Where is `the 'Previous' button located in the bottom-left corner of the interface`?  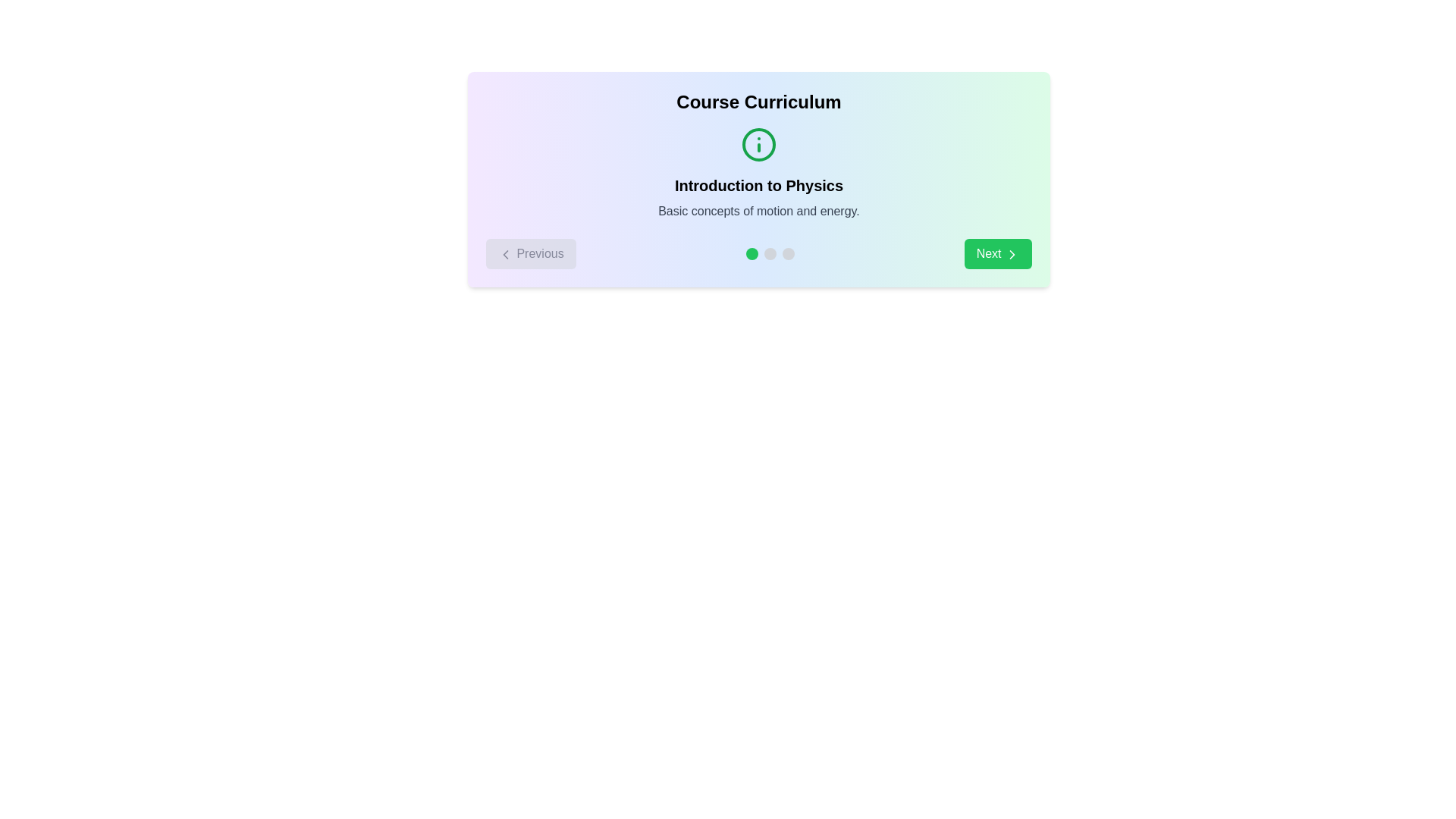
the 'Previous' button located in the bottom-left corner of the interface is located at coordinates (531, 253).